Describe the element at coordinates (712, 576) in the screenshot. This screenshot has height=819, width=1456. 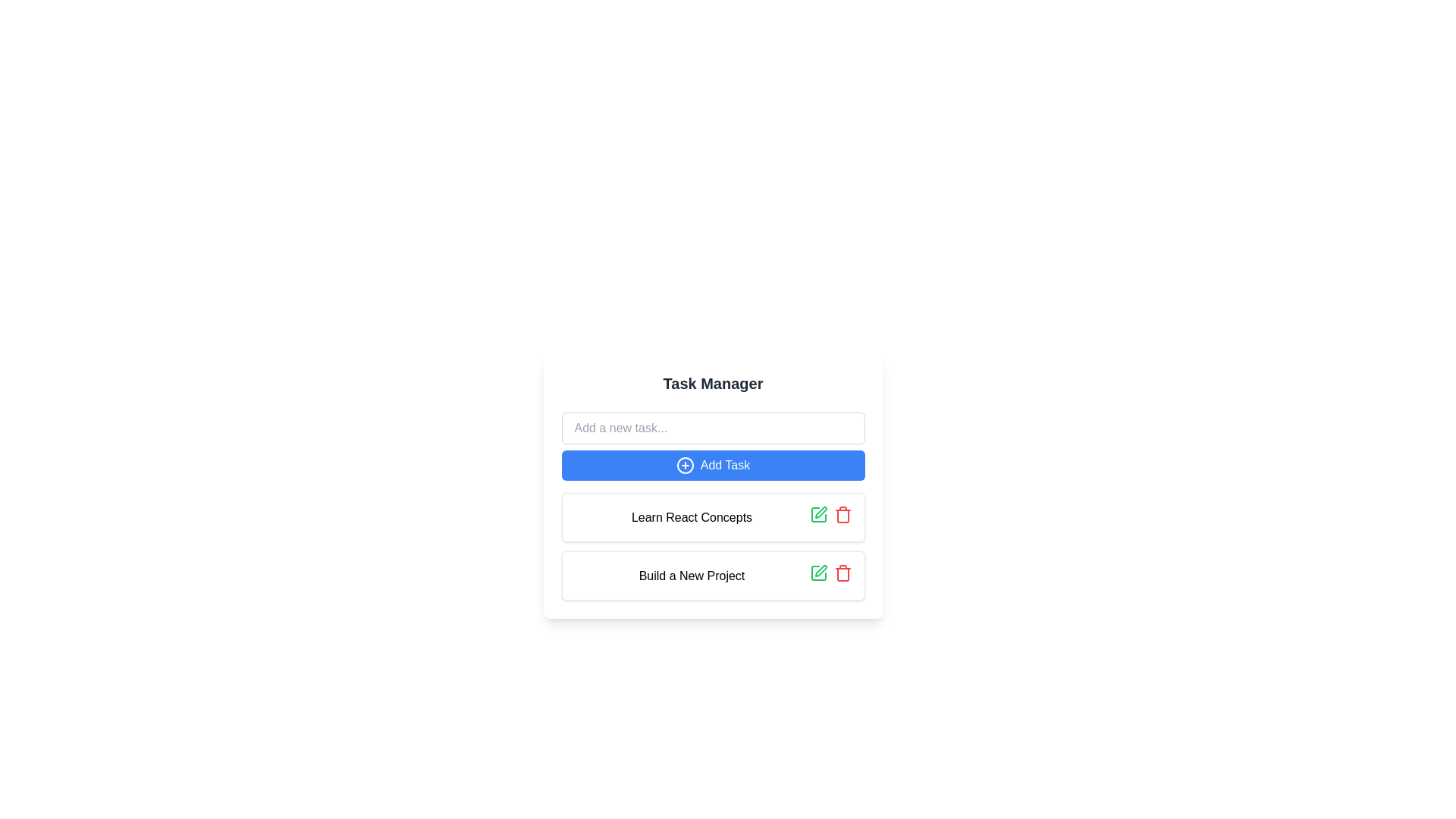
I see `the task entry card labeled 'Build a New Project' in the task manager interface` at that location.